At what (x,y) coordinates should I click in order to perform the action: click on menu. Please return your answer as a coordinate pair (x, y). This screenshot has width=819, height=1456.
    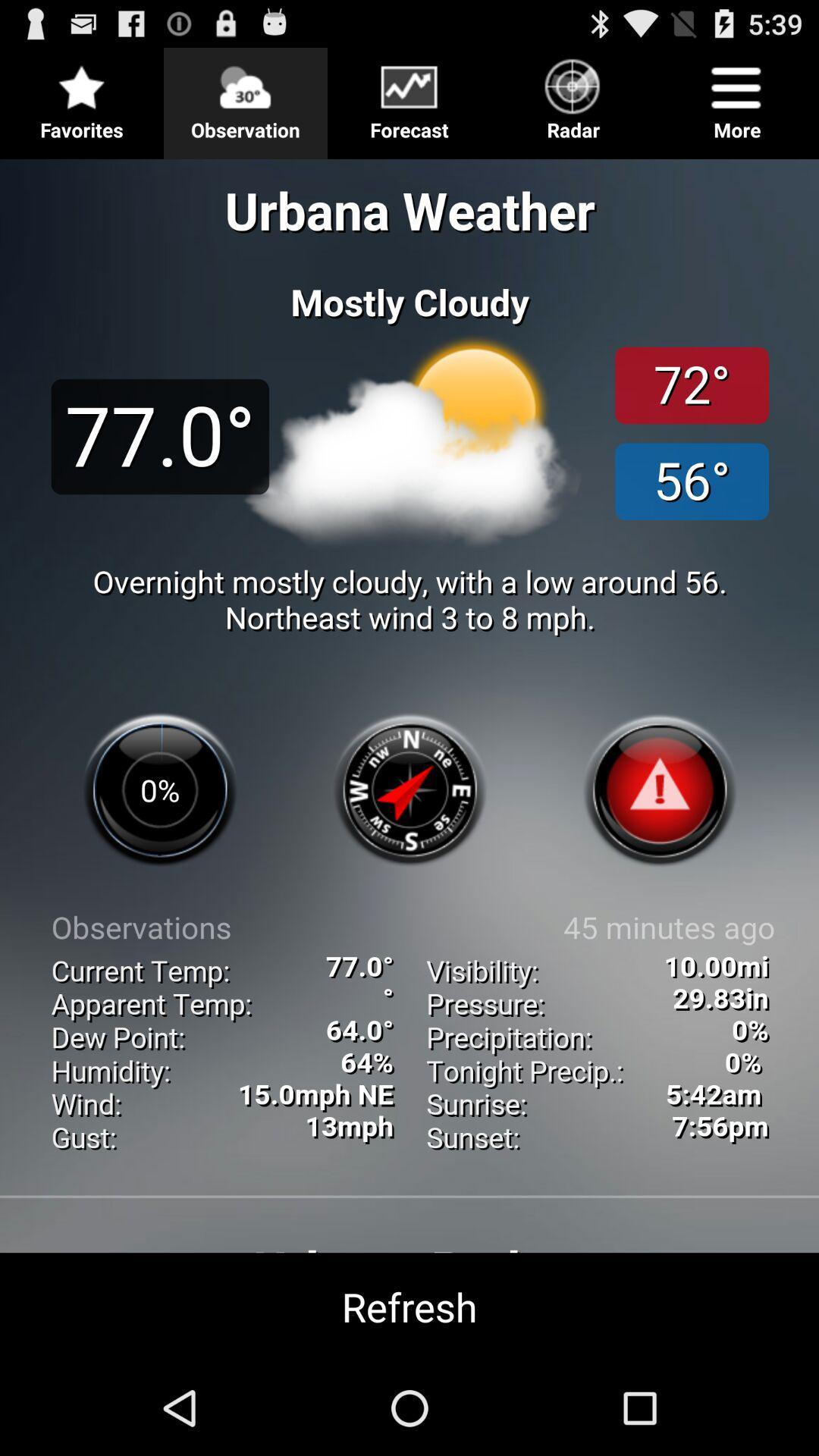
    Looking at the image, I should click on (409, 96).